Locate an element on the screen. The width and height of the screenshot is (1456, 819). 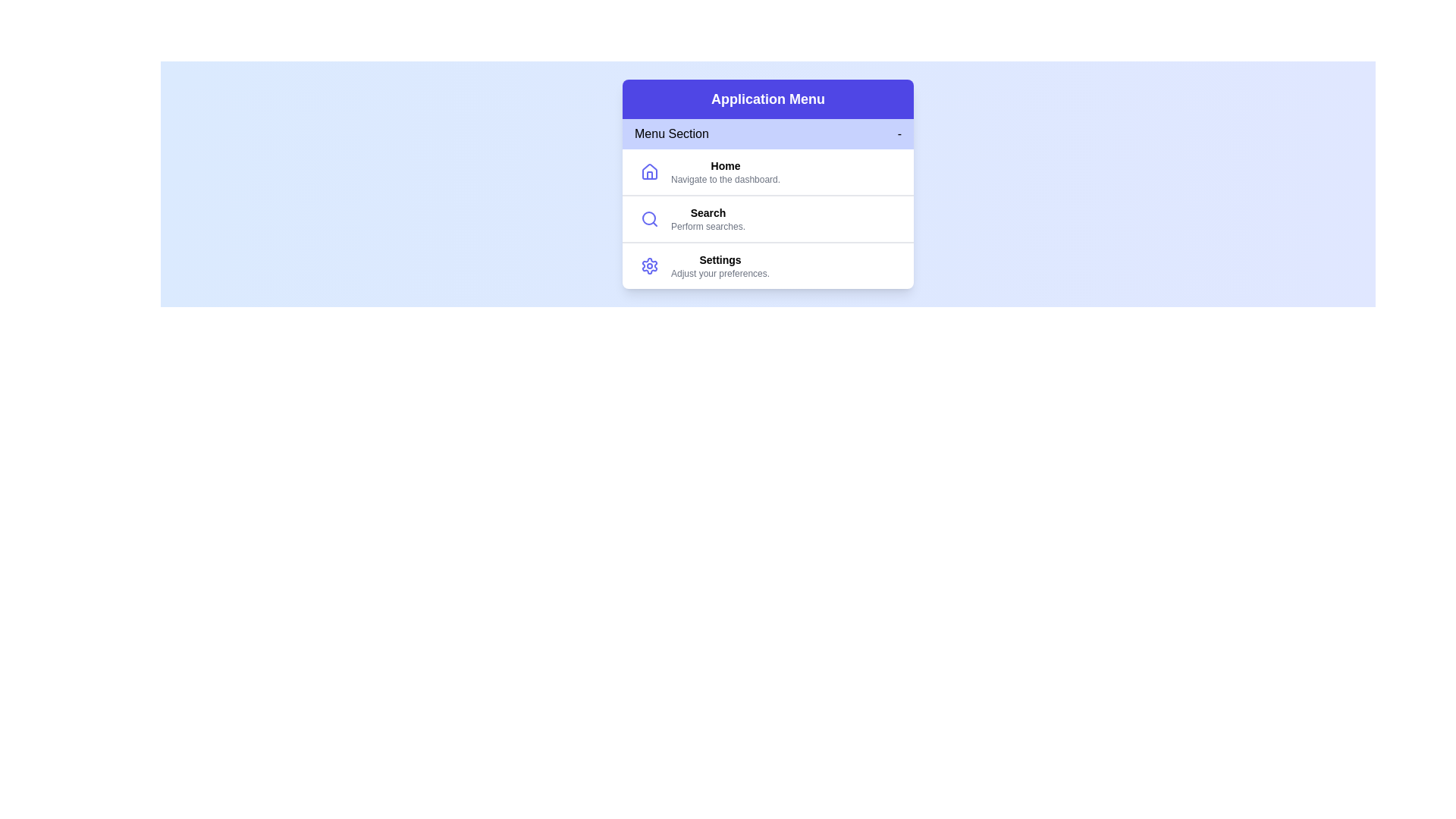
the menu header to toggle its state is located at coordinates (767, 133).